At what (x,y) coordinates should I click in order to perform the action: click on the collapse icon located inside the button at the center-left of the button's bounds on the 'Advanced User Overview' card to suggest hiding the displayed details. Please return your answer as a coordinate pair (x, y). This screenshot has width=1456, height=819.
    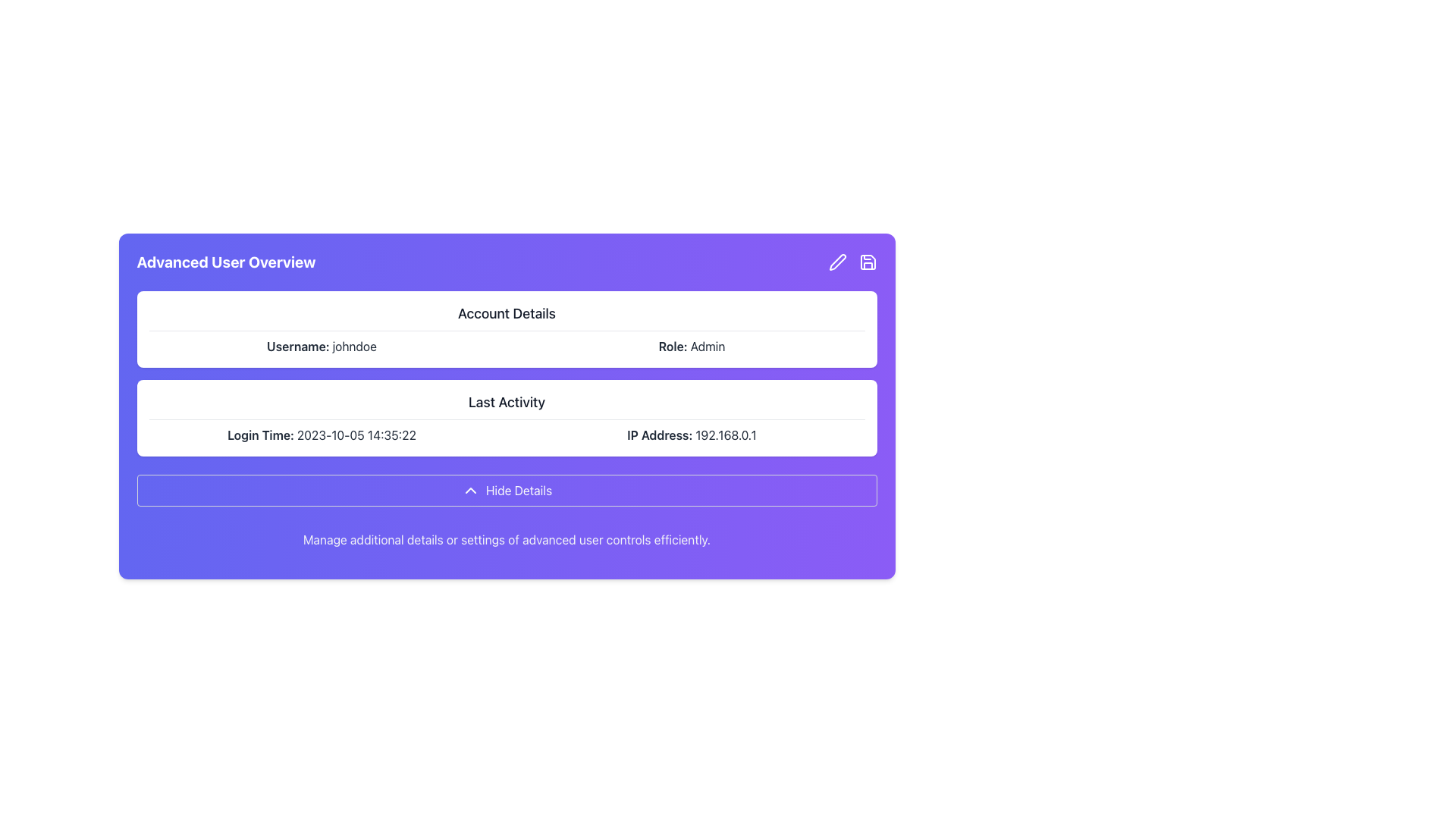
    Looking at the image, I should click on (469, 491).